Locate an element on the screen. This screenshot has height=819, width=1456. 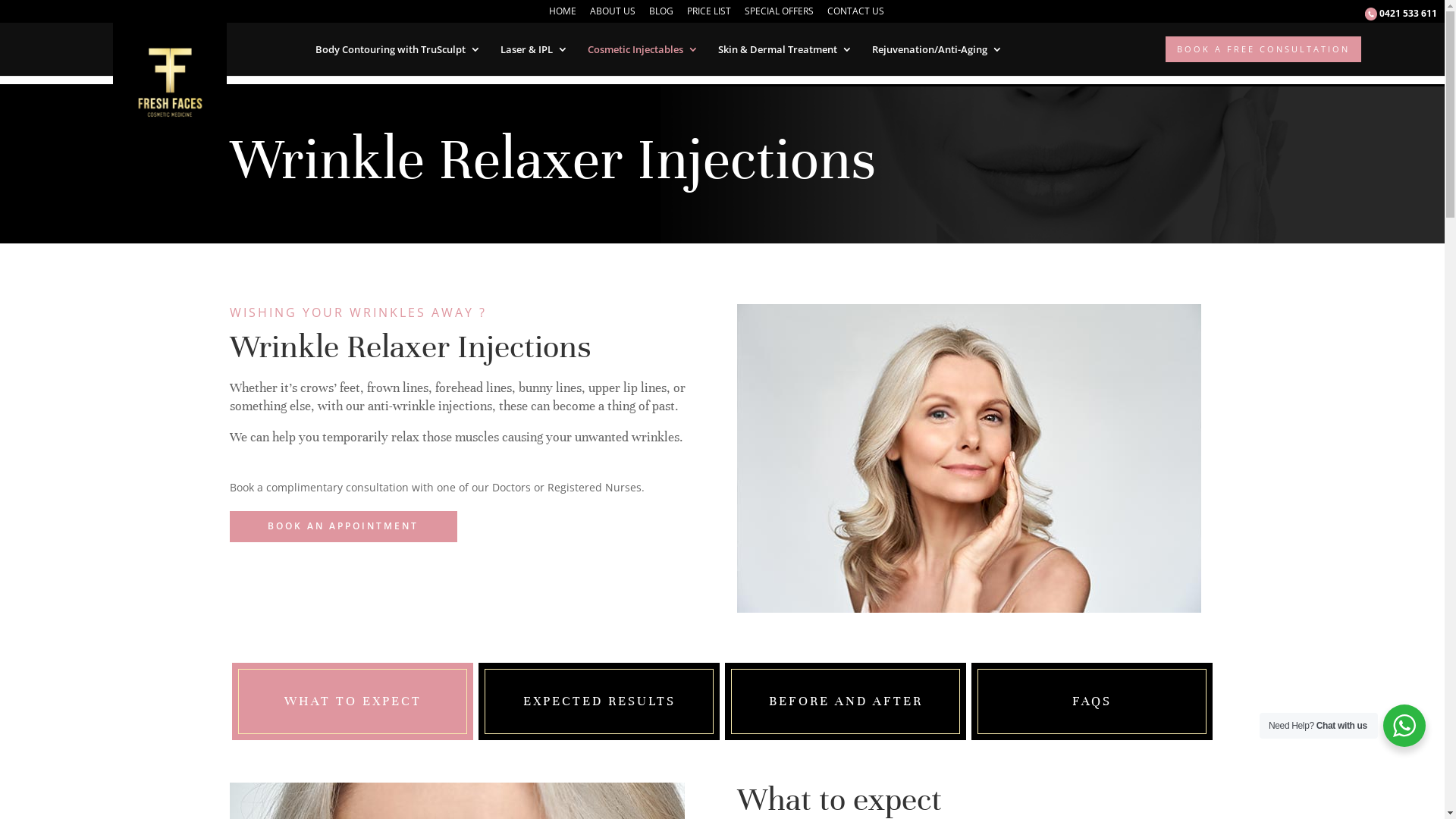
'HOME' is located at coordinates (562, 14).